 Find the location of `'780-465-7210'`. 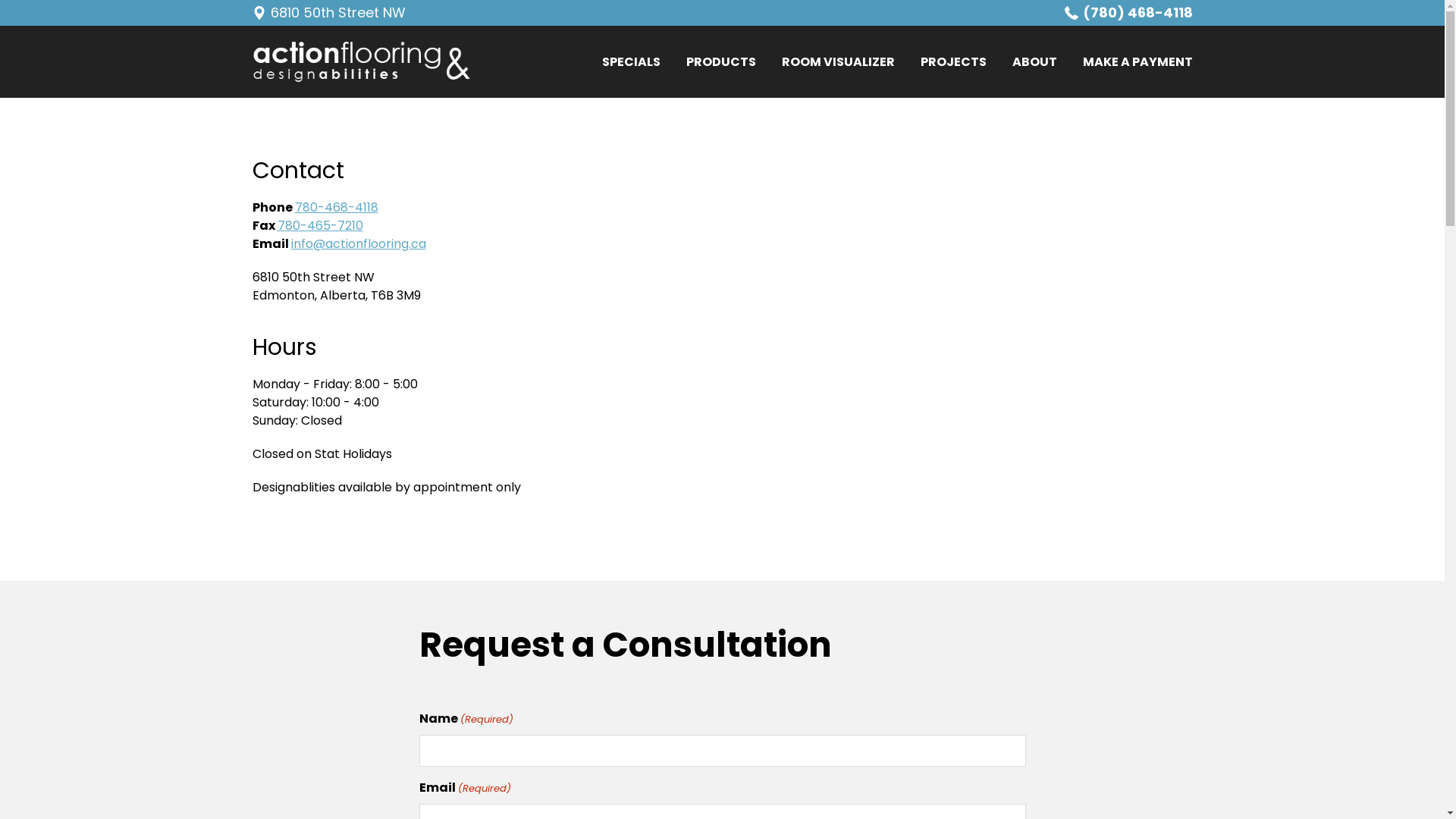

'780-465-7210' is located at coordinates (319, 225).